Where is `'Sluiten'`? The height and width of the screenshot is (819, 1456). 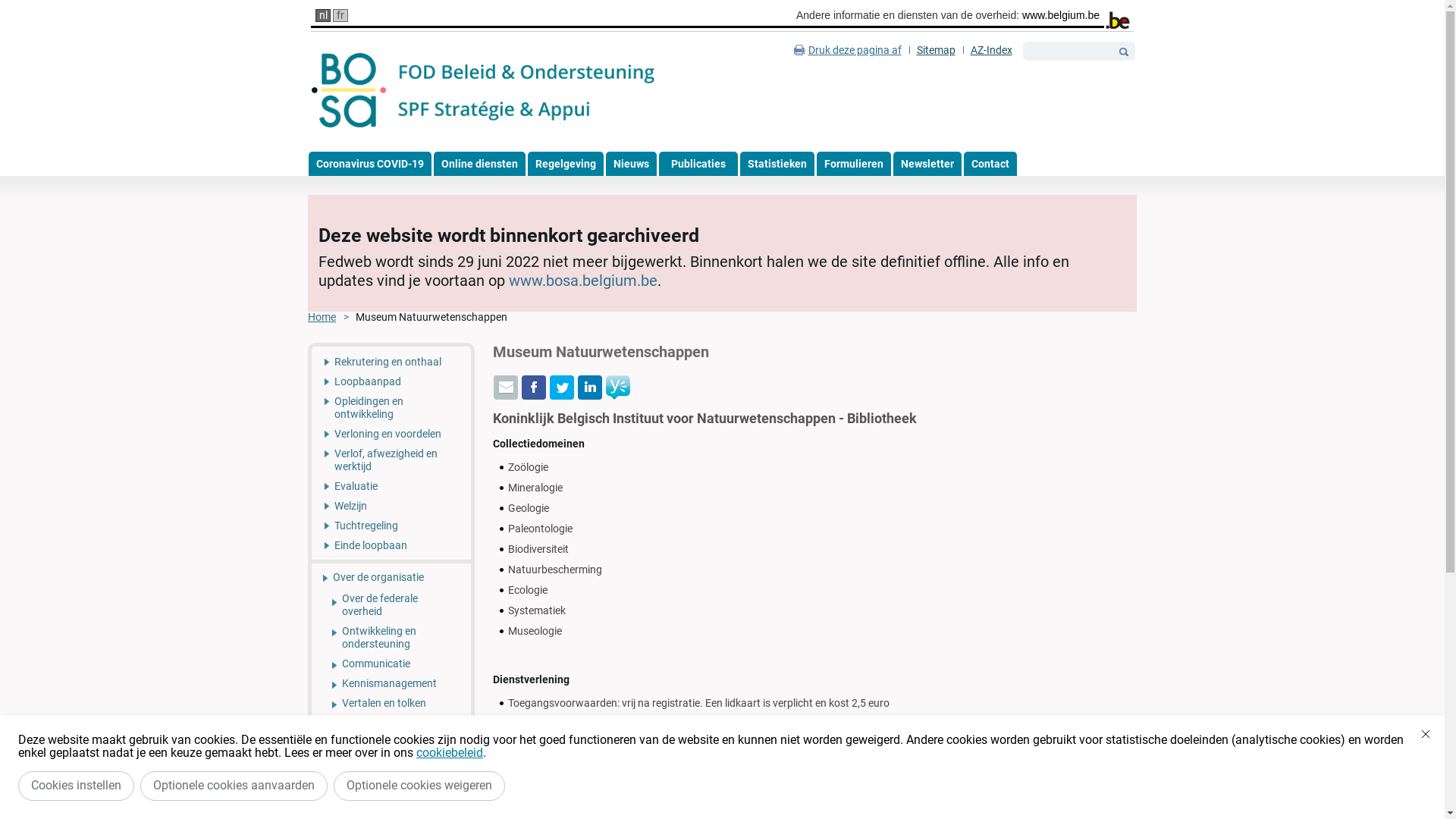 'Sluiten' is located at coordinates (1425, 733).